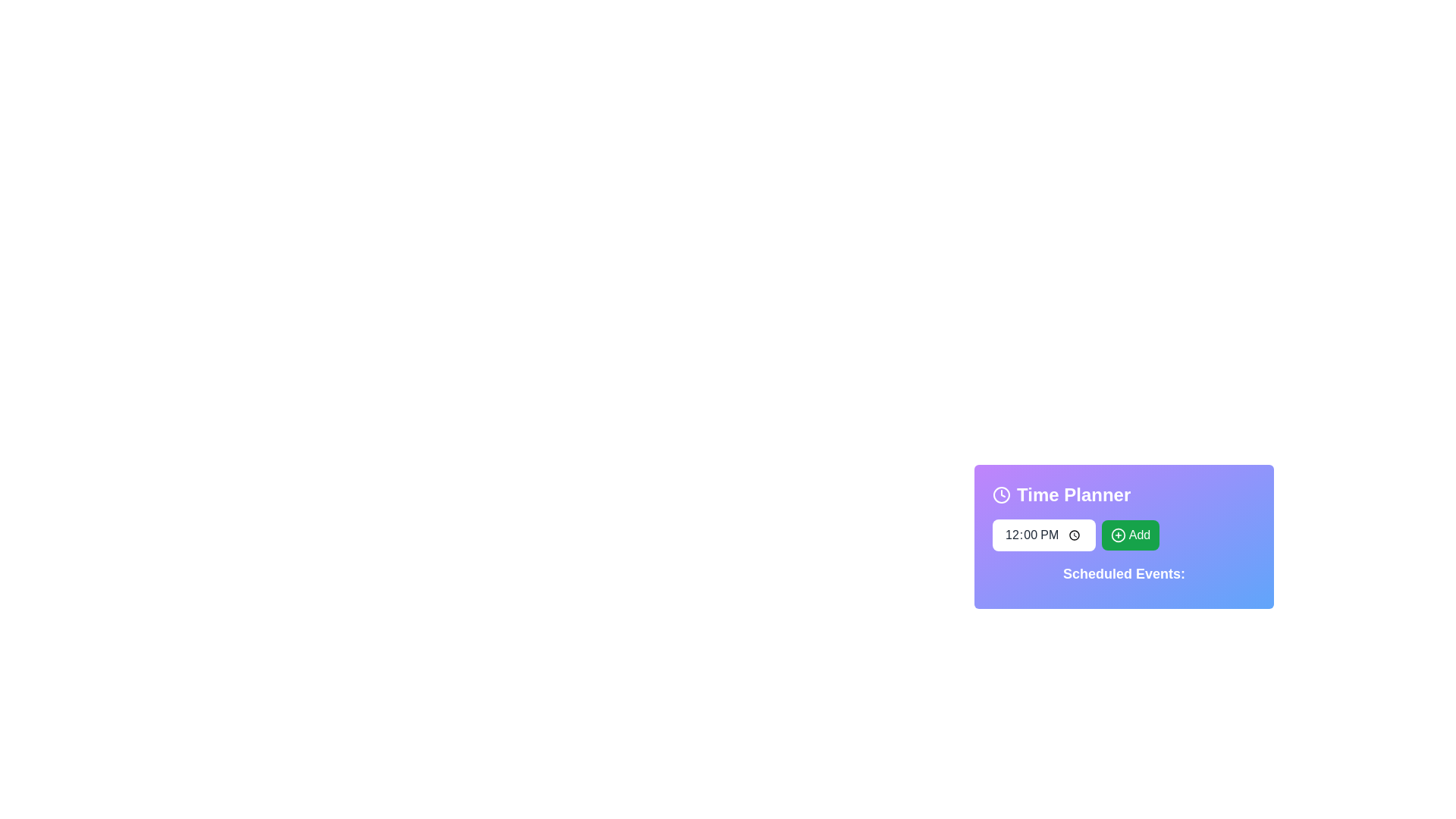  Describe the element at coordinates (1131, 534) in the screenshot. I see `the button located to the right of the time input field displaying '12:00 PM', which is the second element in the purple-colored 'Time Planner' section` at that location.